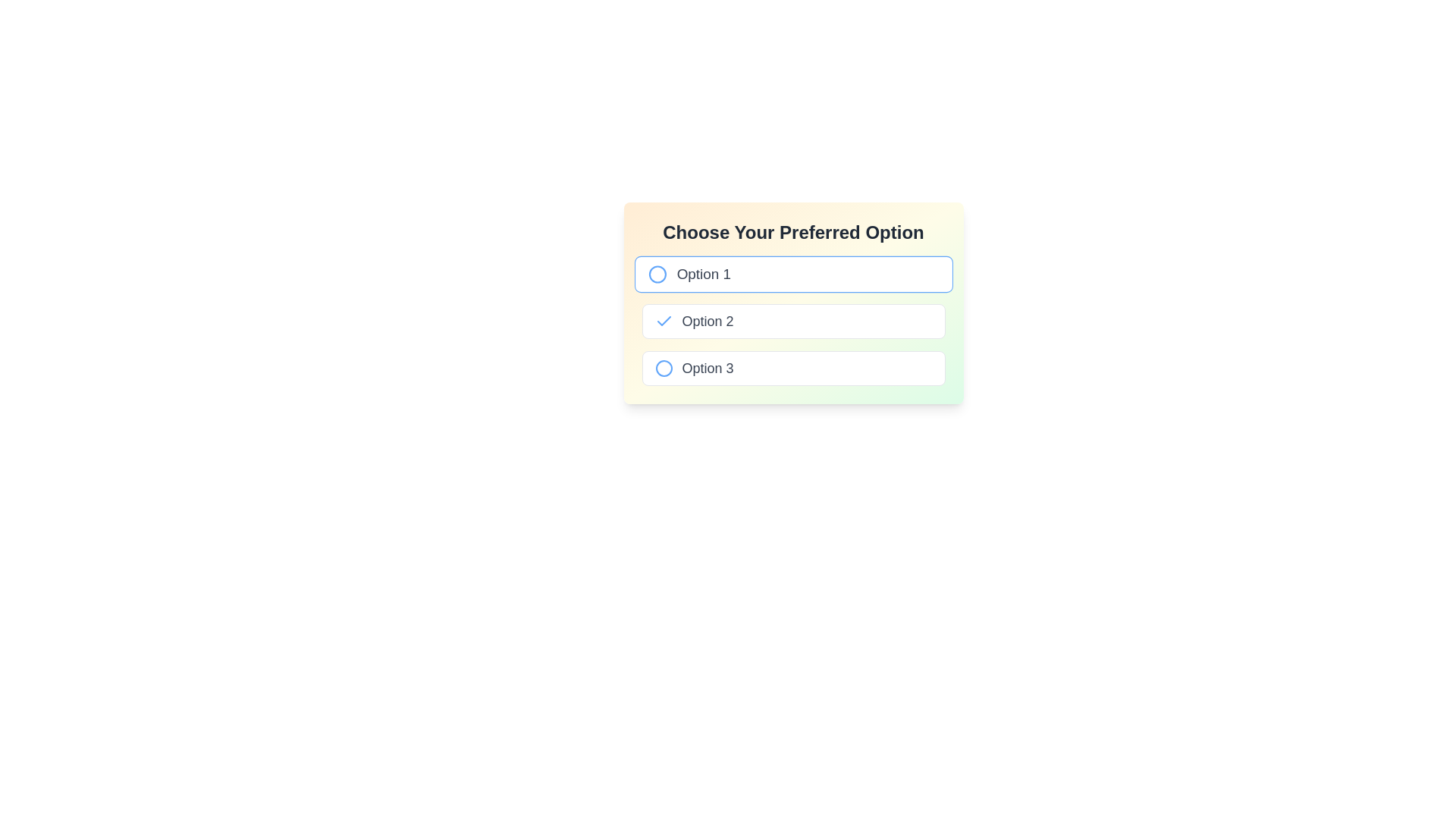  I want to click on the text label that identifies the second choice in the menu, which is located directly to the right of a checkmark icon in a vertical list of options, so click(707, 321).